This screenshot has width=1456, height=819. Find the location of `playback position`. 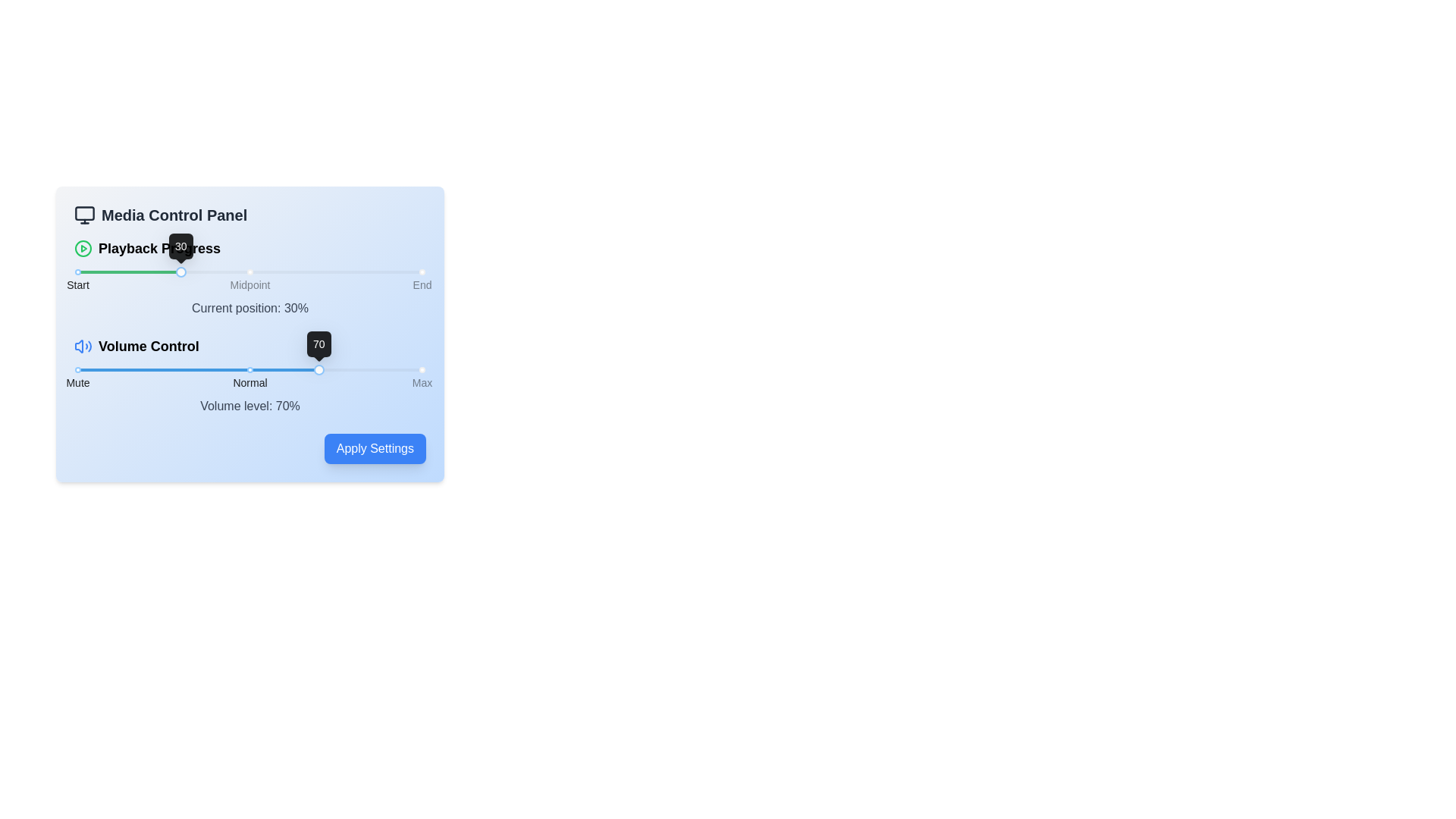

playback position is located at coordinates (171, 271).